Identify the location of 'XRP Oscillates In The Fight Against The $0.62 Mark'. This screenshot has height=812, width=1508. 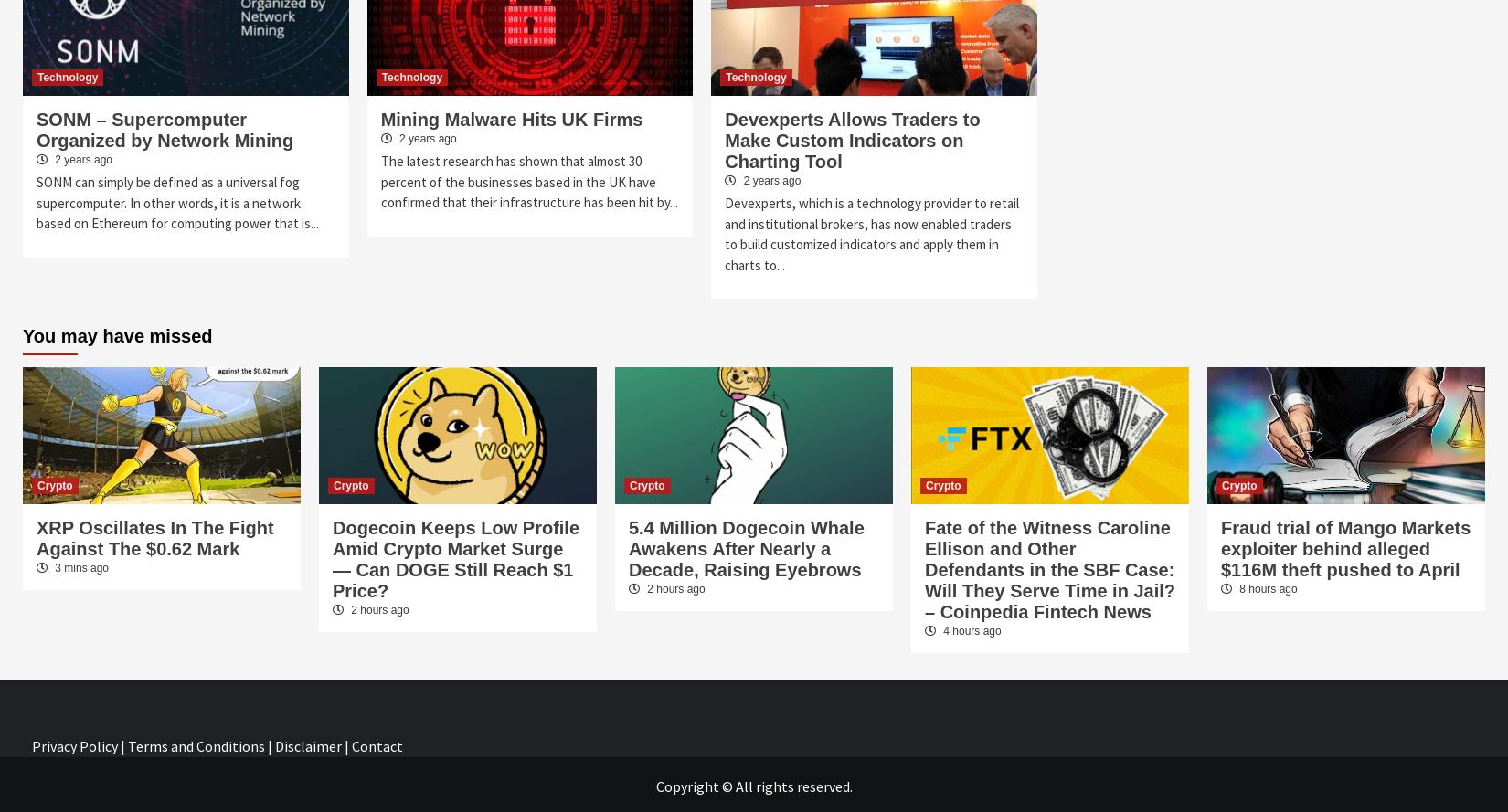
(154, 537).